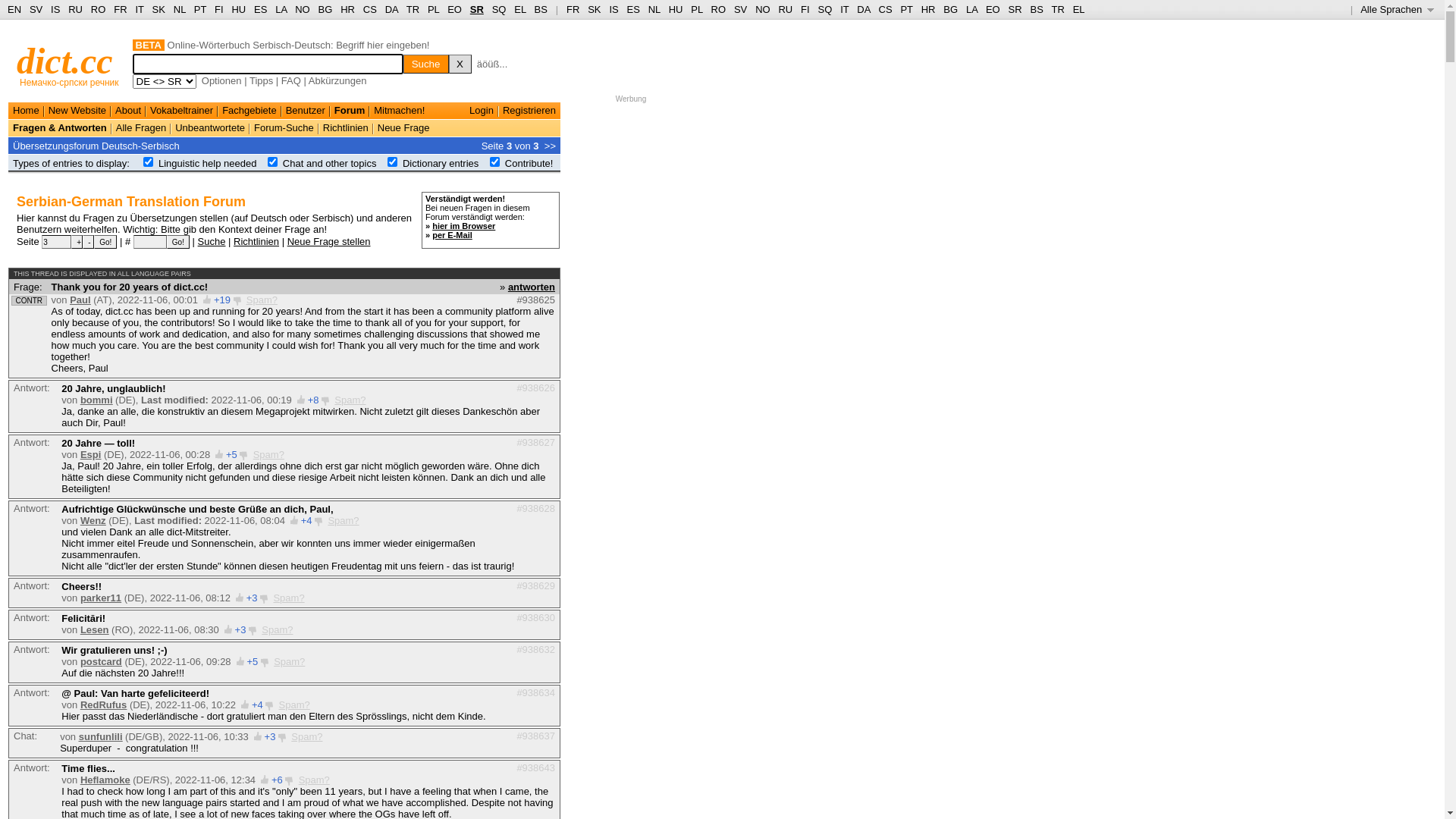  Describe the element at coordinates (613, 9) in the screenshot. I see `'IS'` at that location.